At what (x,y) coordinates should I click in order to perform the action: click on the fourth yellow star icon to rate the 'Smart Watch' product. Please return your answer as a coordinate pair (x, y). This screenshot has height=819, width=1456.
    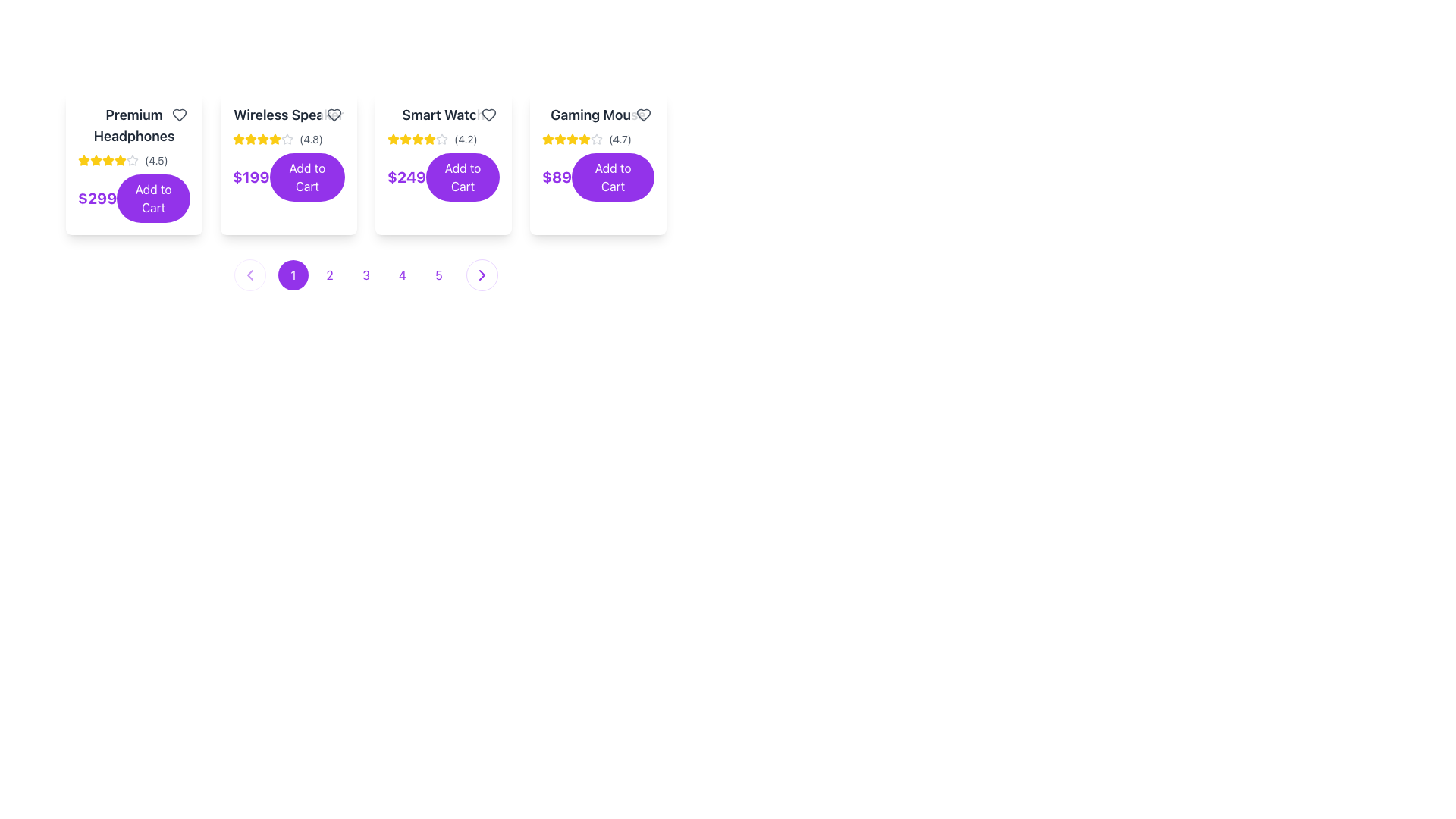
    Looking at the image, I should click on (418, 140).